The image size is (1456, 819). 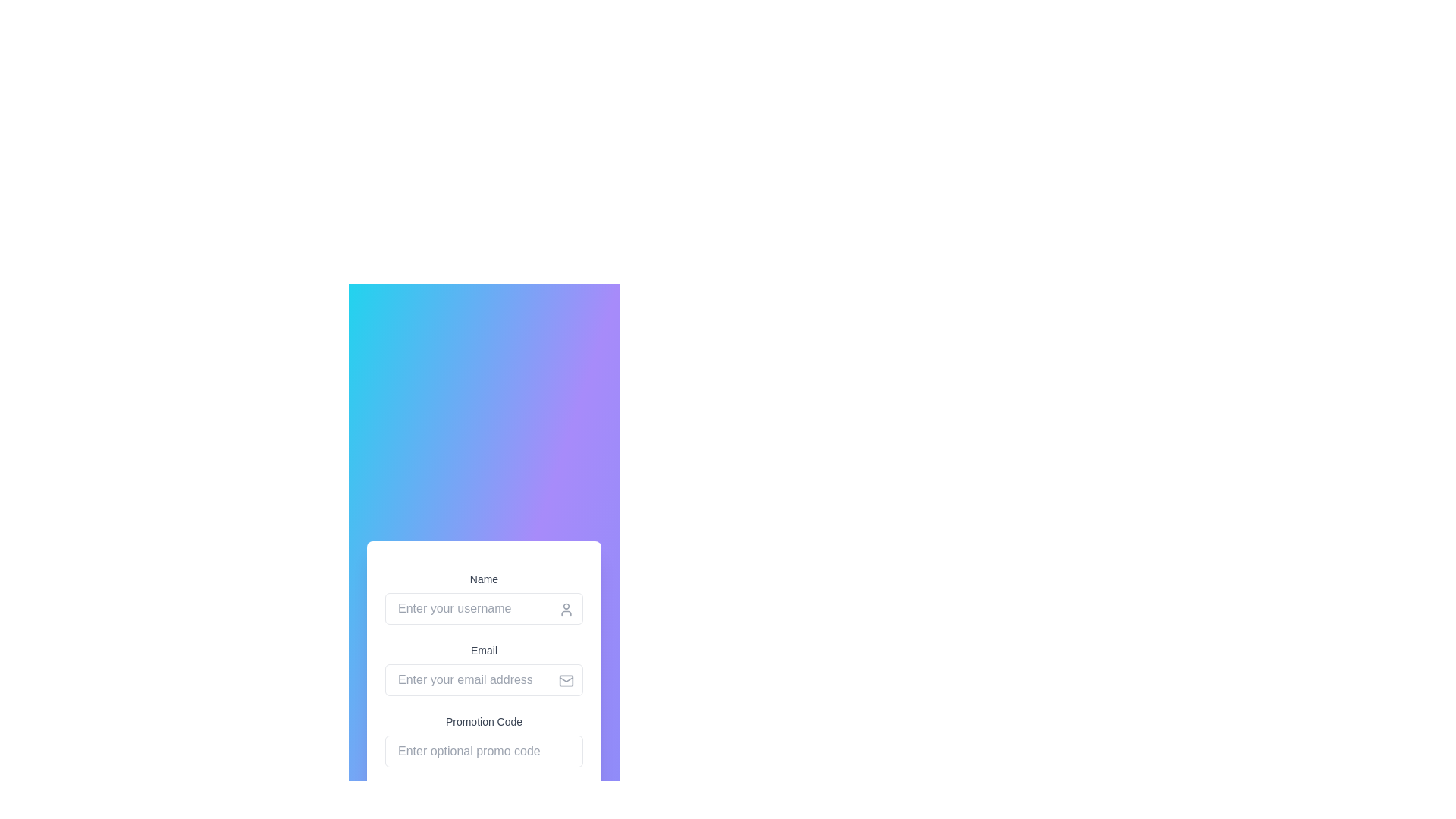 I want to click on the email input field located in the center of the form, below the 'Email' title and above the 'Promotion Code' input field, to focus on it, so click(x=483, y=679).